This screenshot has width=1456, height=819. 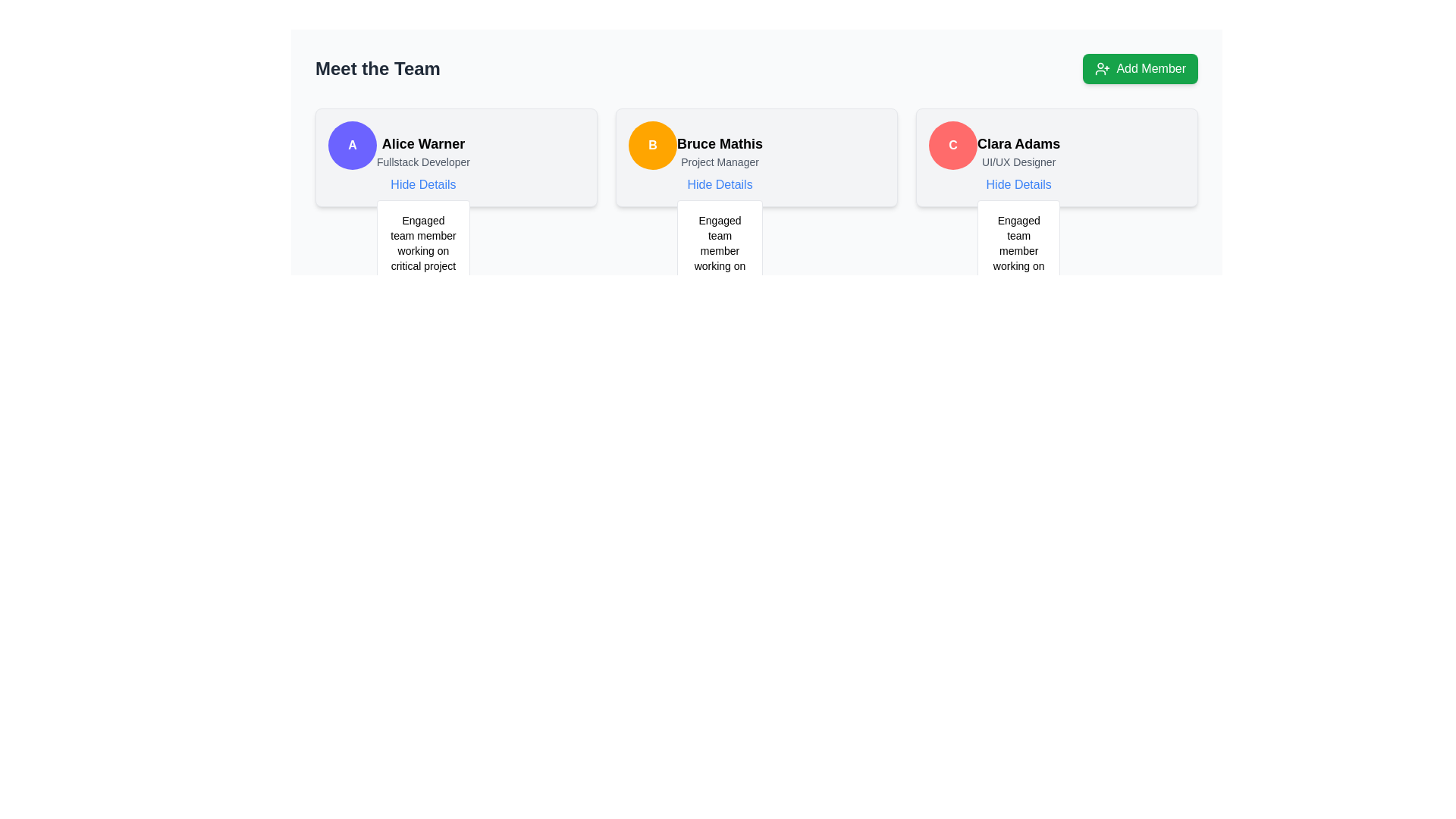 I want to click on the 'Add Member' icon located inside the green rounded rectangular button in the top-right corner of the interface, so click(x=1103, y=69).